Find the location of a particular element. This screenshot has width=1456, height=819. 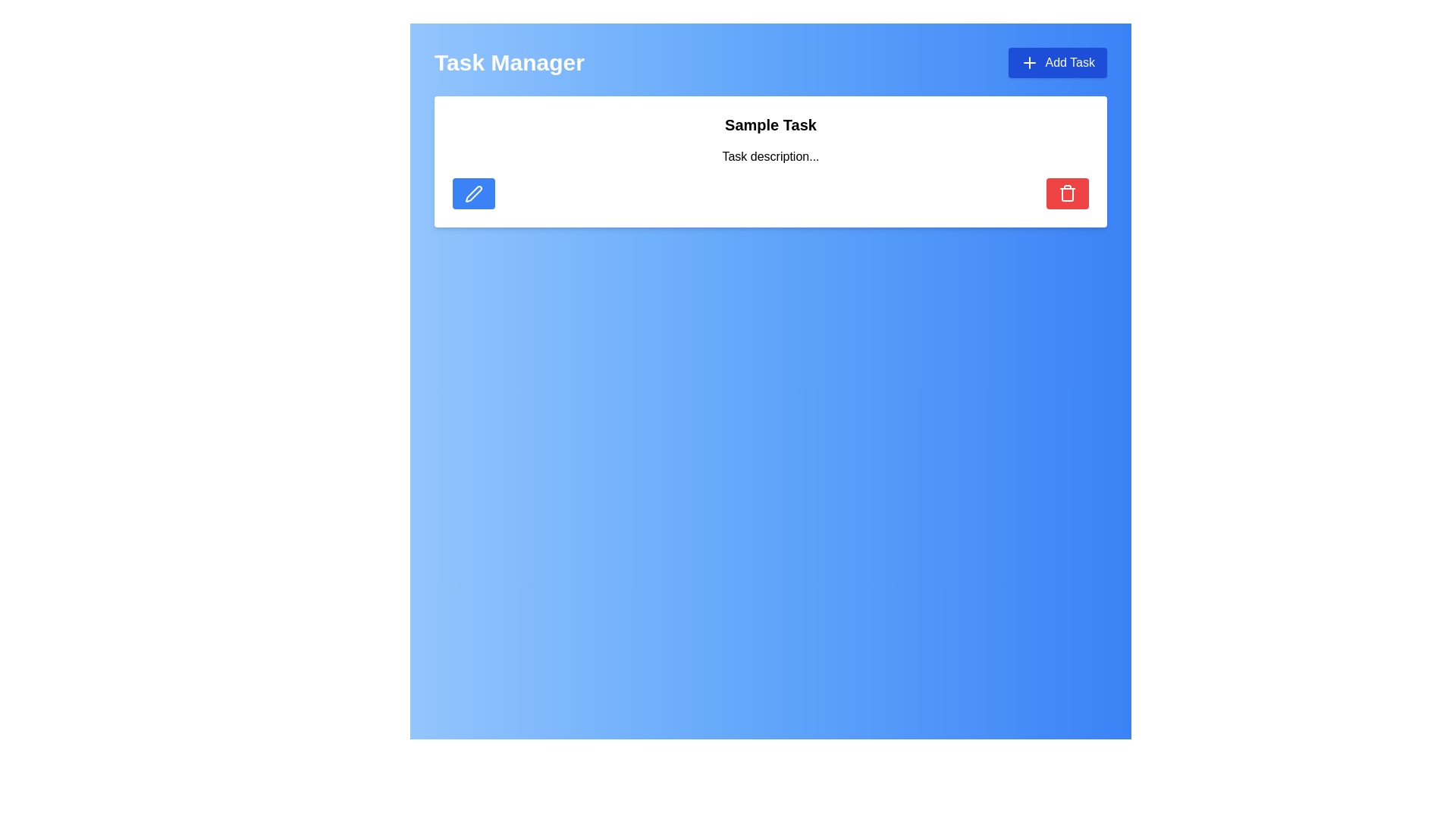

the layout component that provides visual separation between the blue button on the left and the red button on the right within the card titled 'Sample Task' is located at coordinates (770, 193).